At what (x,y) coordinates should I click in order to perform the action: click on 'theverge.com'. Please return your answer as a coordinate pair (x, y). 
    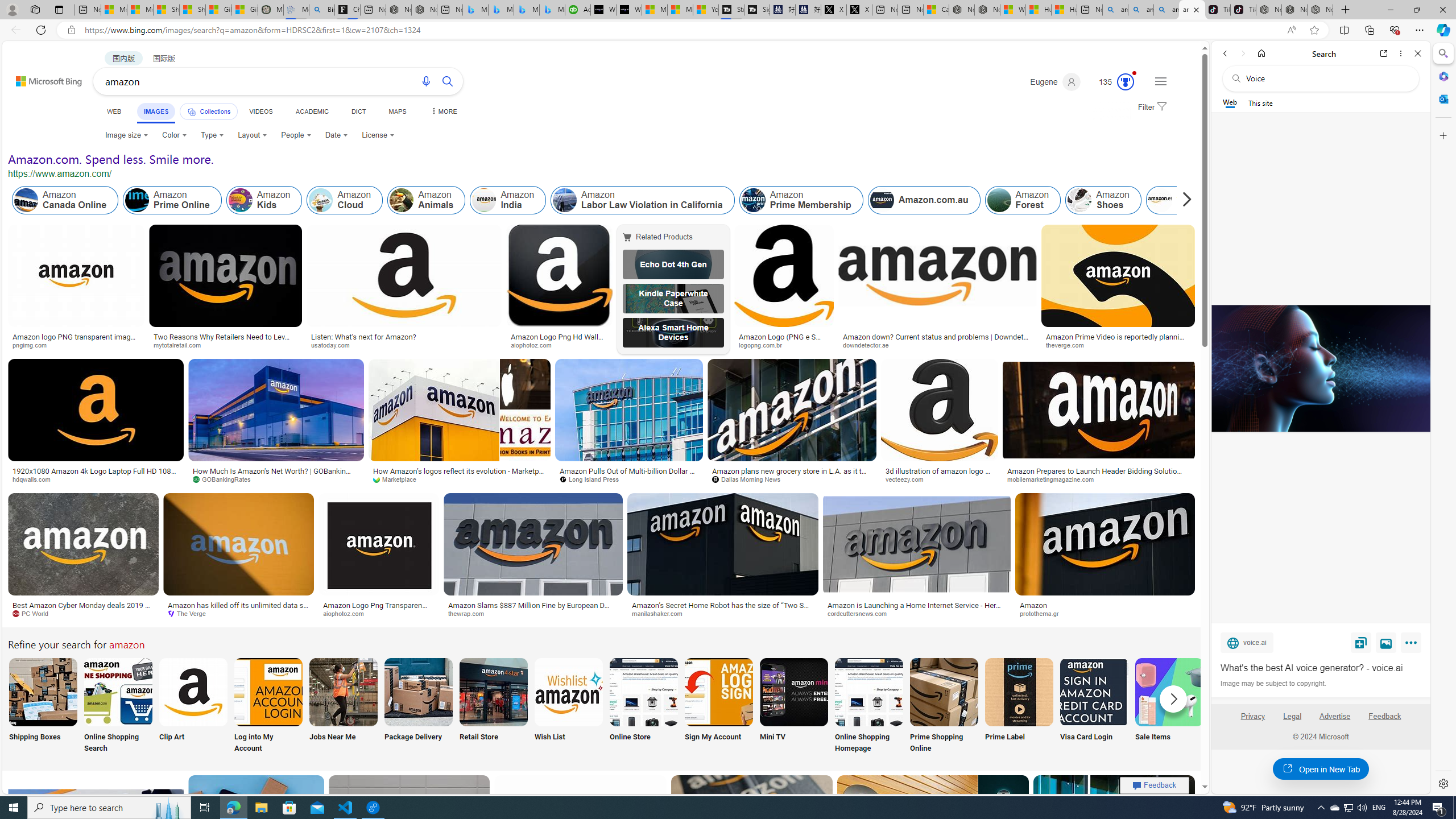
    Looking at the image, I should click on (1118, 344).